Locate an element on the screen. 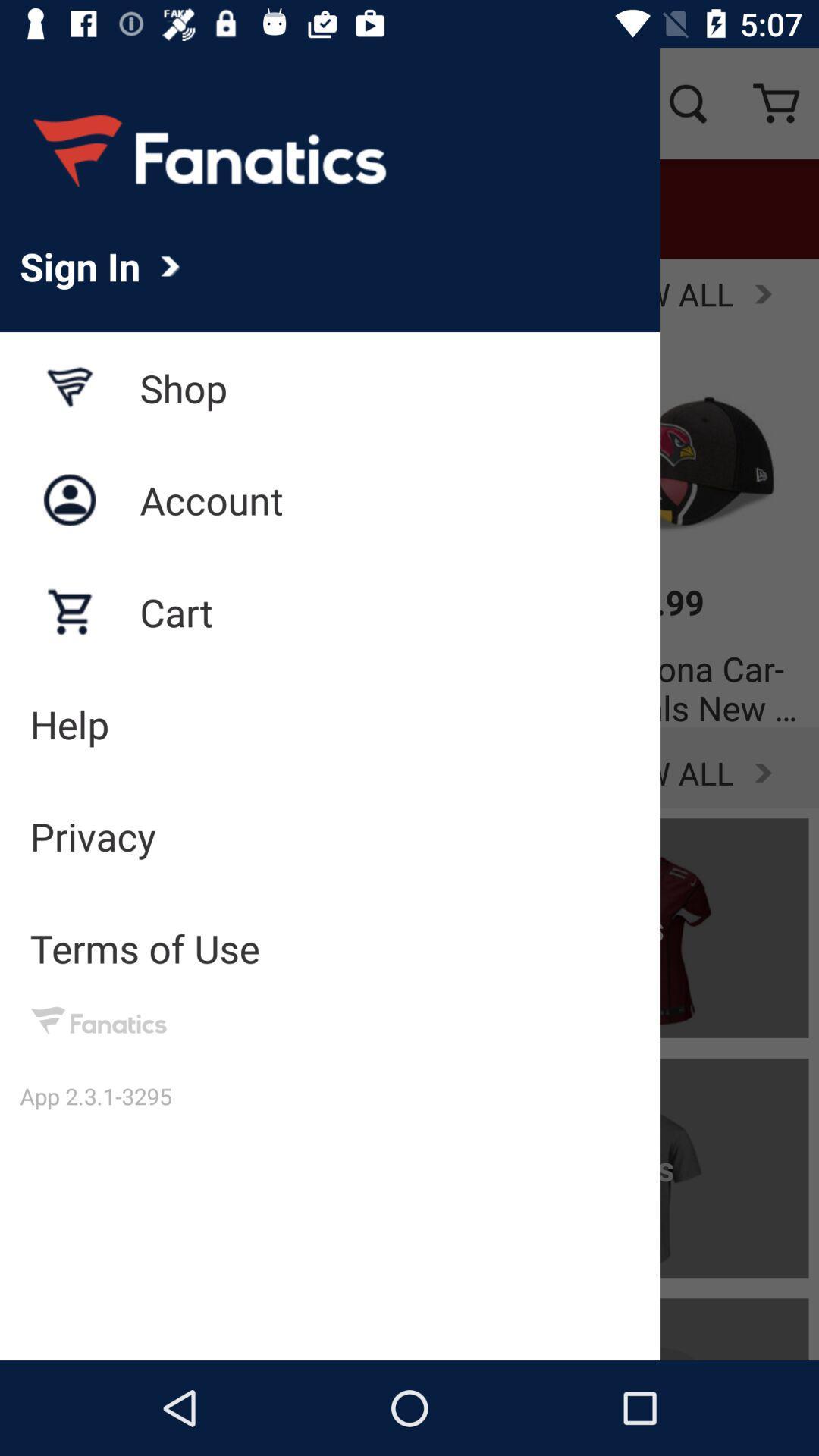 This screenshot has width=819, height=1456. the search icon at top right corner of the page is located at coordinates (687, 103).